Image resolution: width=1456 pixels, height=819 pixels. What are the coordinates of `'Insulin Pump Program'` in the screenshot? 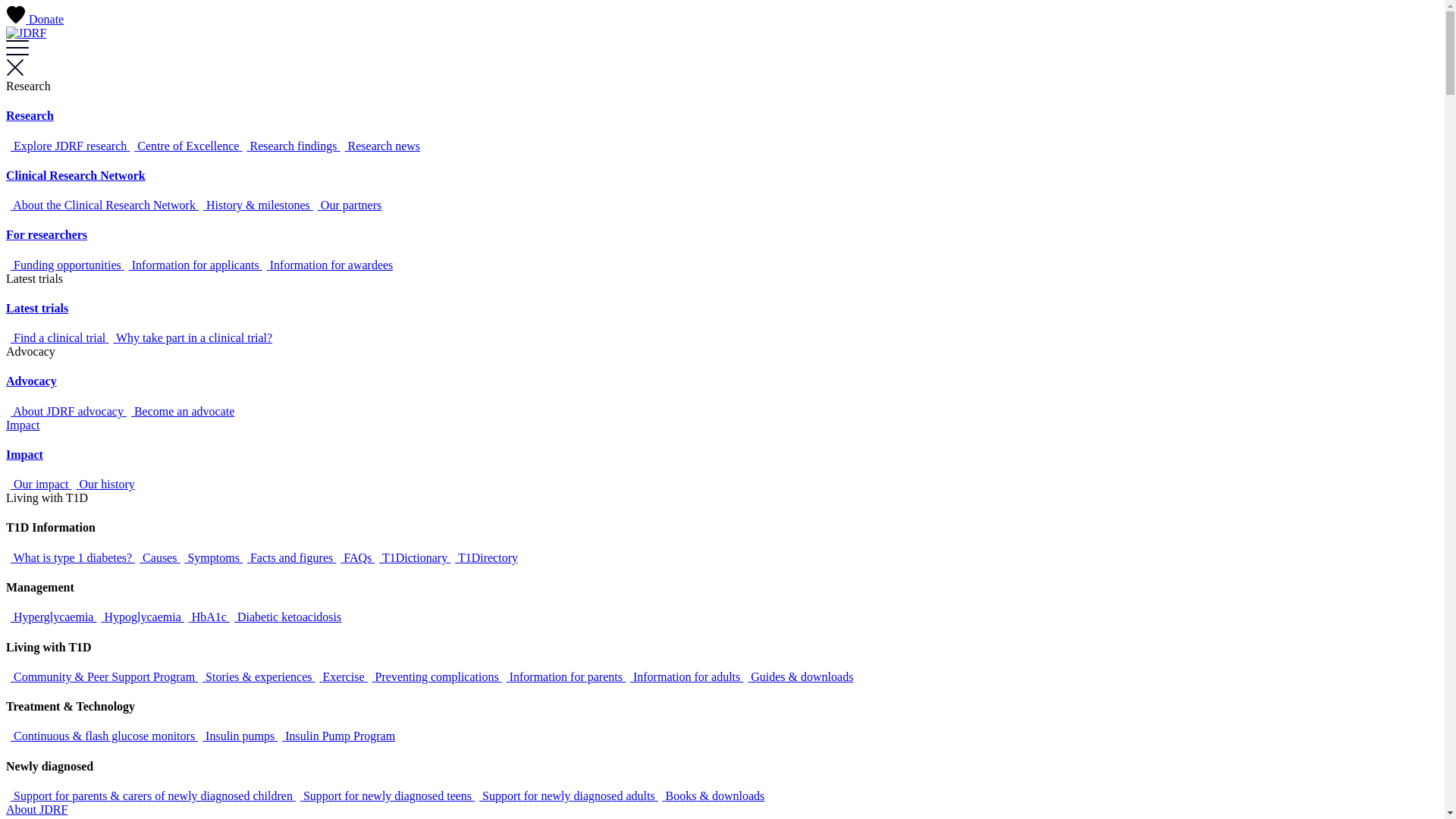 It's located at (277, 735).